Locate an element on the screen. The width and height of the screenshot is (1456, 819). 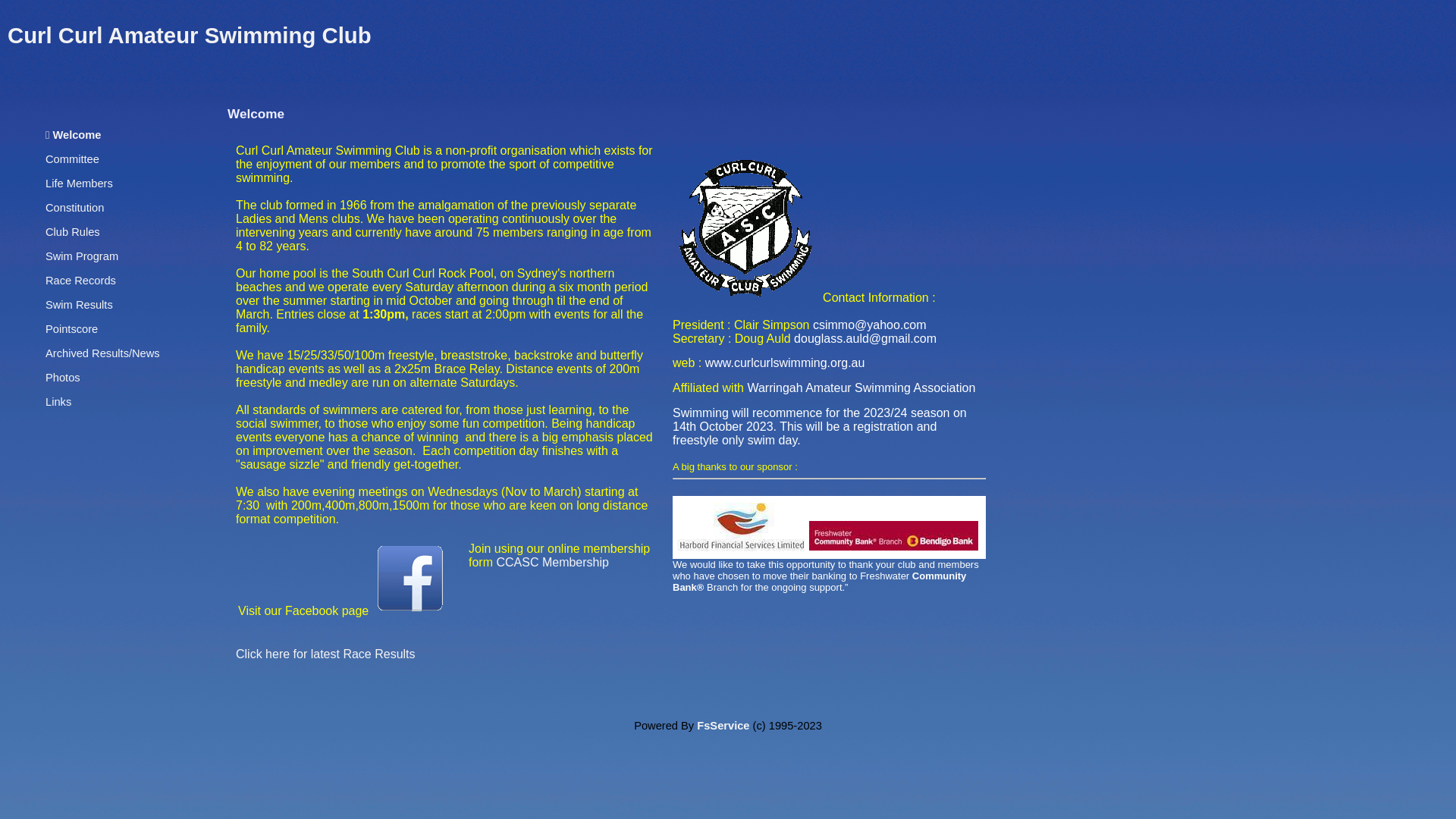
'Swim Results' is located at coordinates (78, 304).